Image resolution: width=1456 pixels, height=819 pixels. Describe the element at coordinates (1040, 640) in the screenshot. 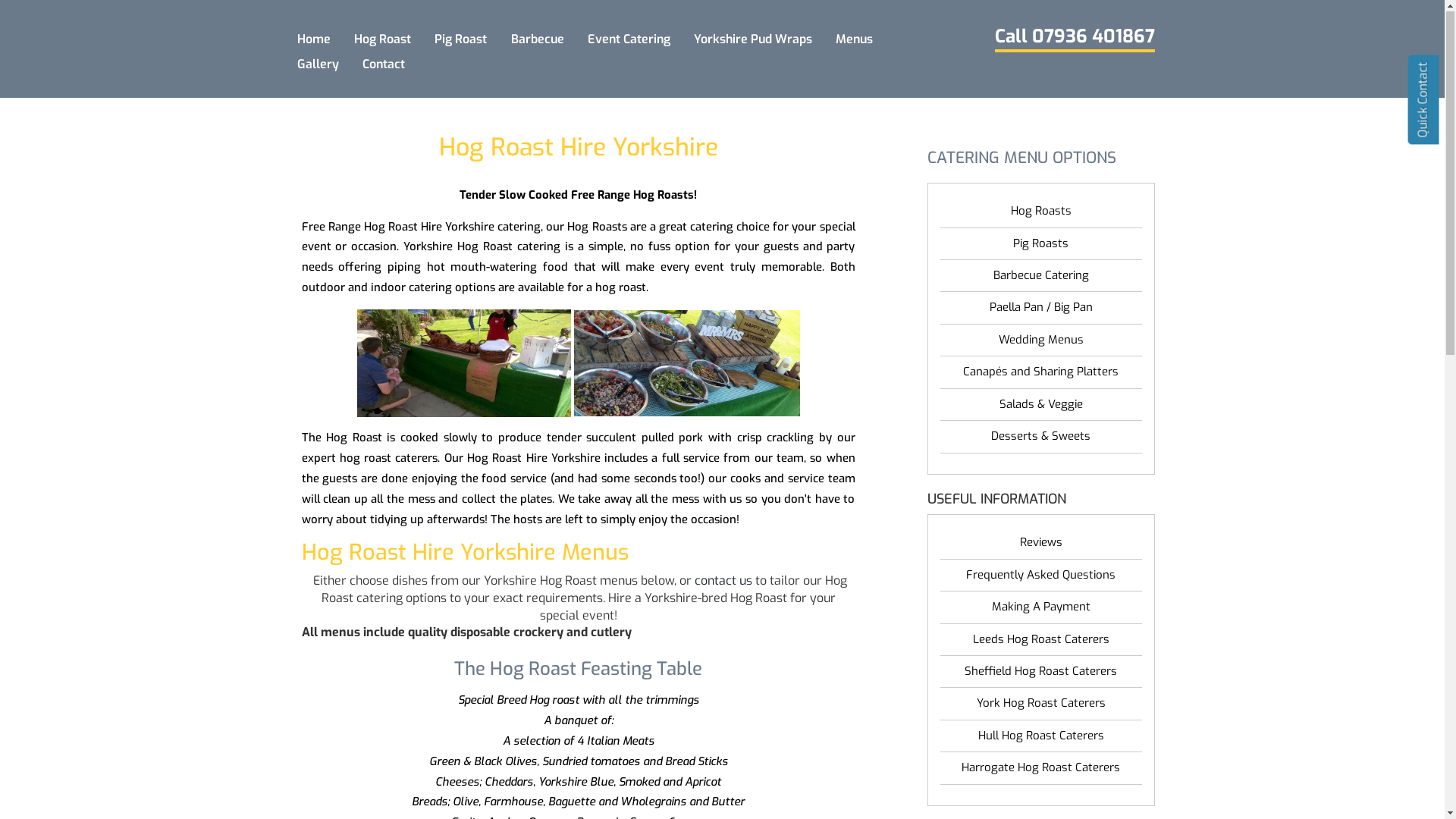

I see `'Leeds Hog Roast Caterers'` at that location.